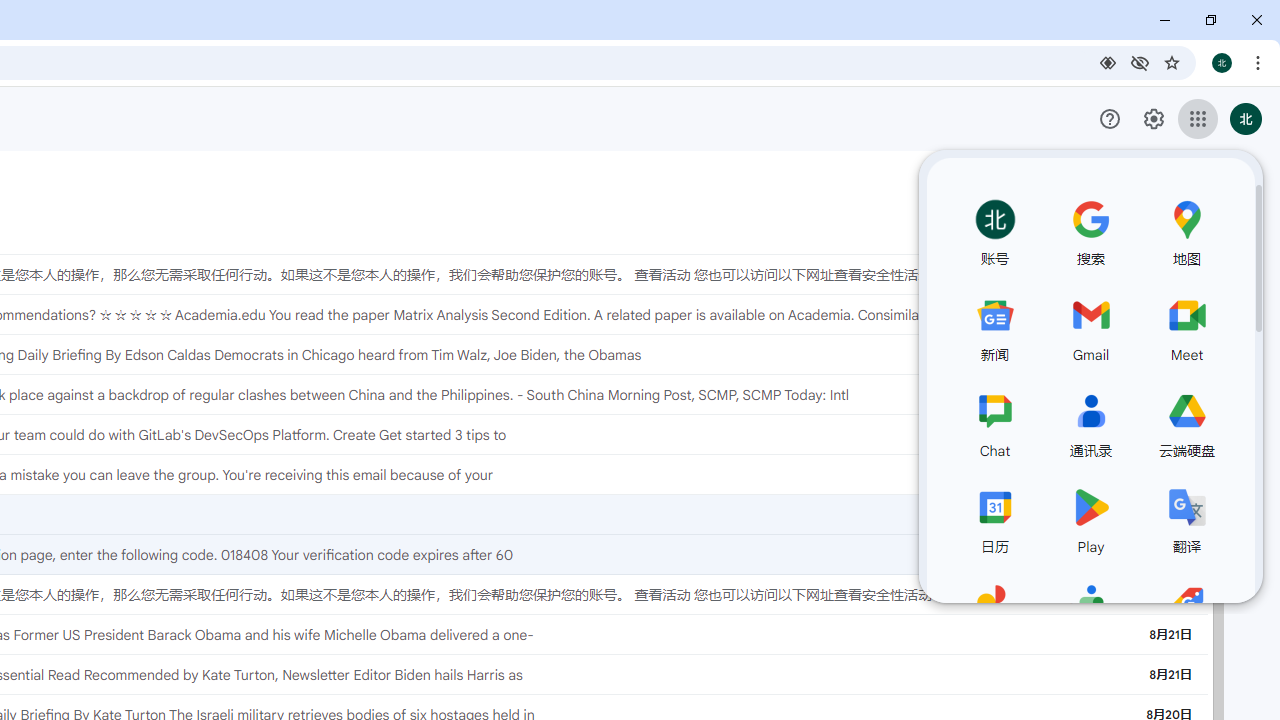 The height and width of the screenshot is (720, 1280). I want to click on 'Third-party cookies blocked', so click(1139, 61).